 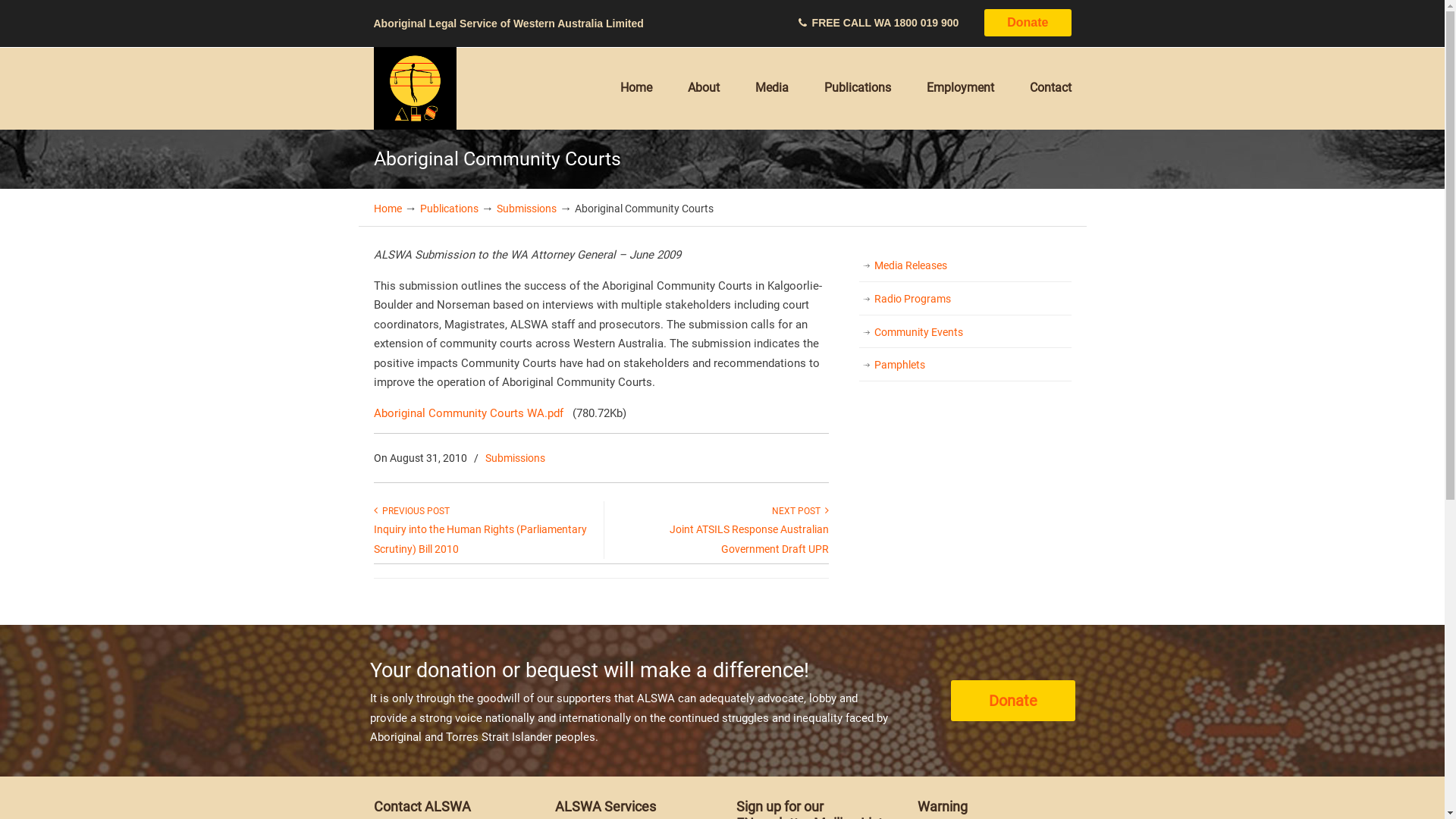 What do you see at coordinates (701, 87) in the screenshot?
I see `'About'` at bounding box center [701, 87].